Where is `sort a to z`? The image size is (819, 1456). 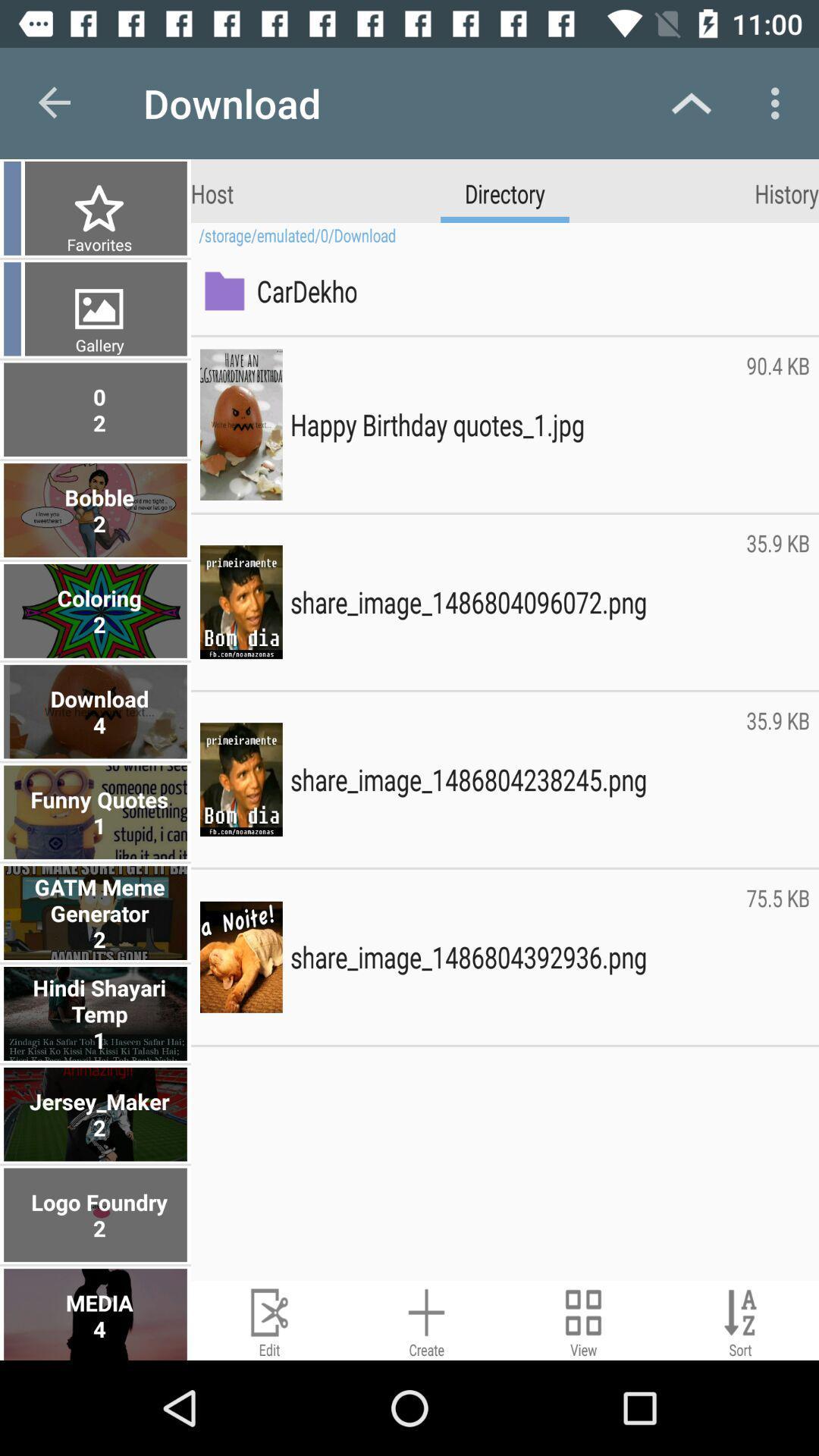
sort a to z is located at coordinates (739, 1319).